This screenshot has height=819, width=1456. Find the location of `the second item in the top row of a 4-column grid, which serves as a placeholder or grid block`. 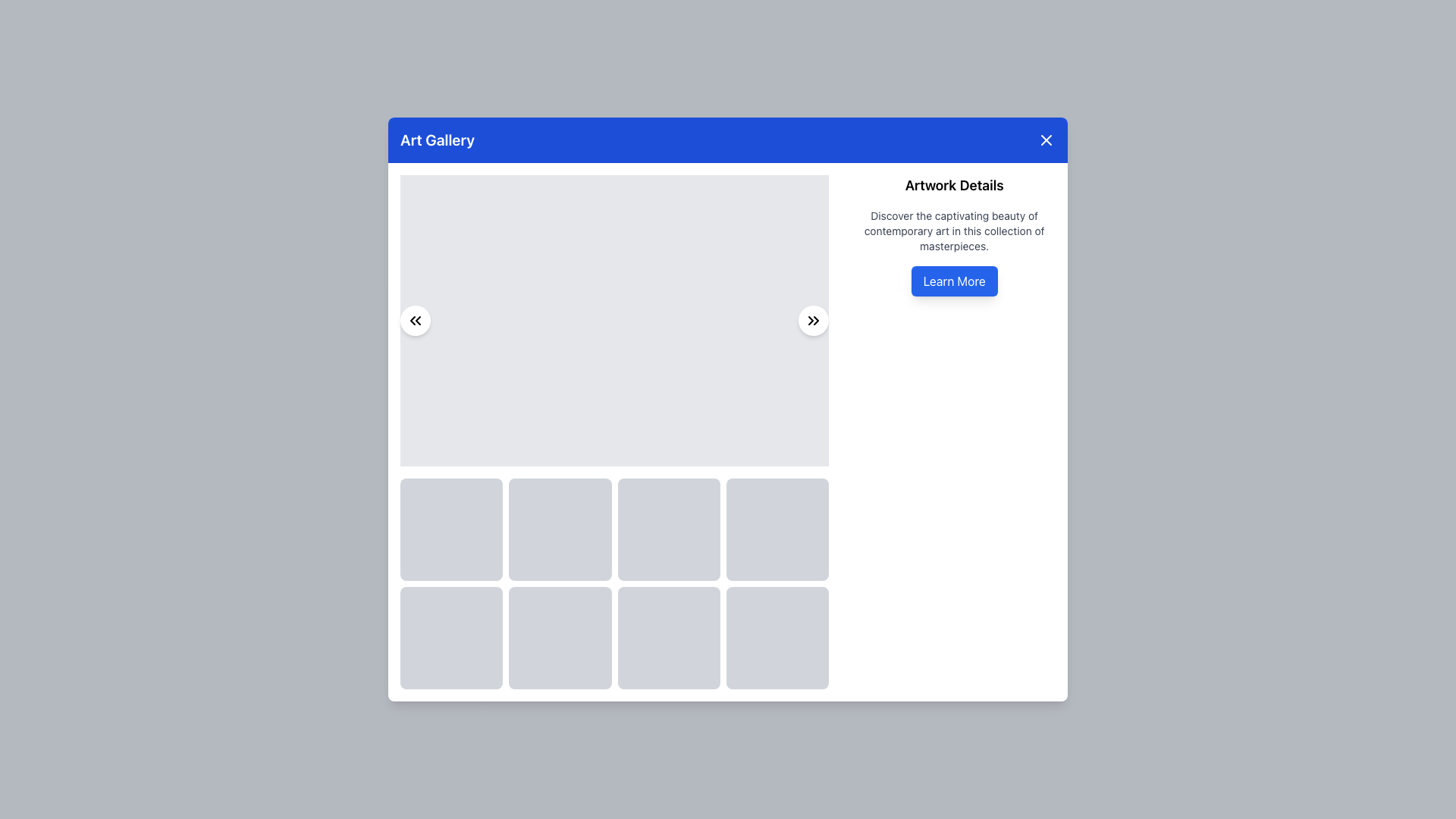

the second item in the top row of a 4-column grid, which serves as a placeholder or grid block is located at coordinates (560, 529).